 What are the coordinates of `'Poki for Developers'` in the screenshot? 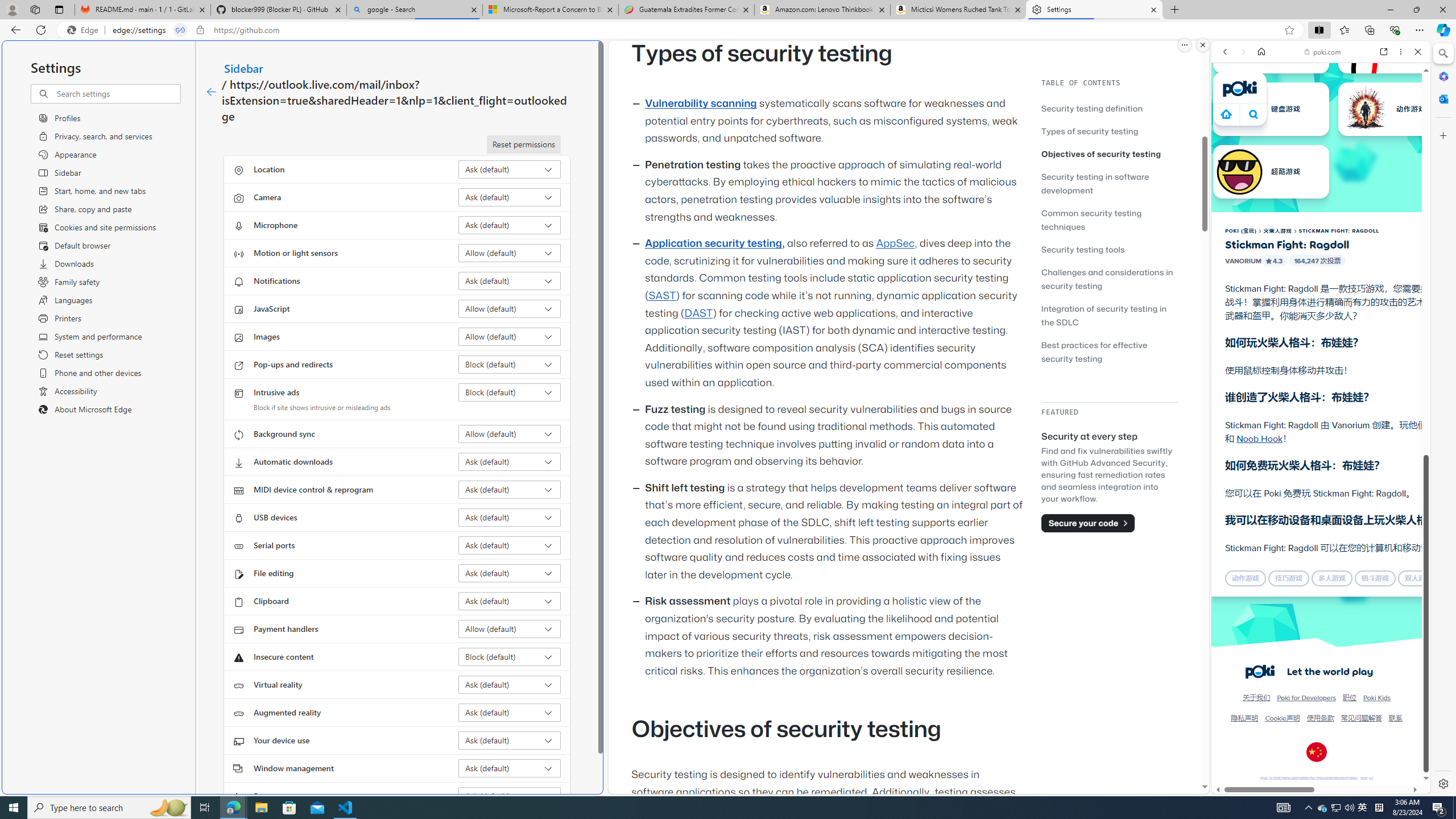 It's located at (1306, 697).